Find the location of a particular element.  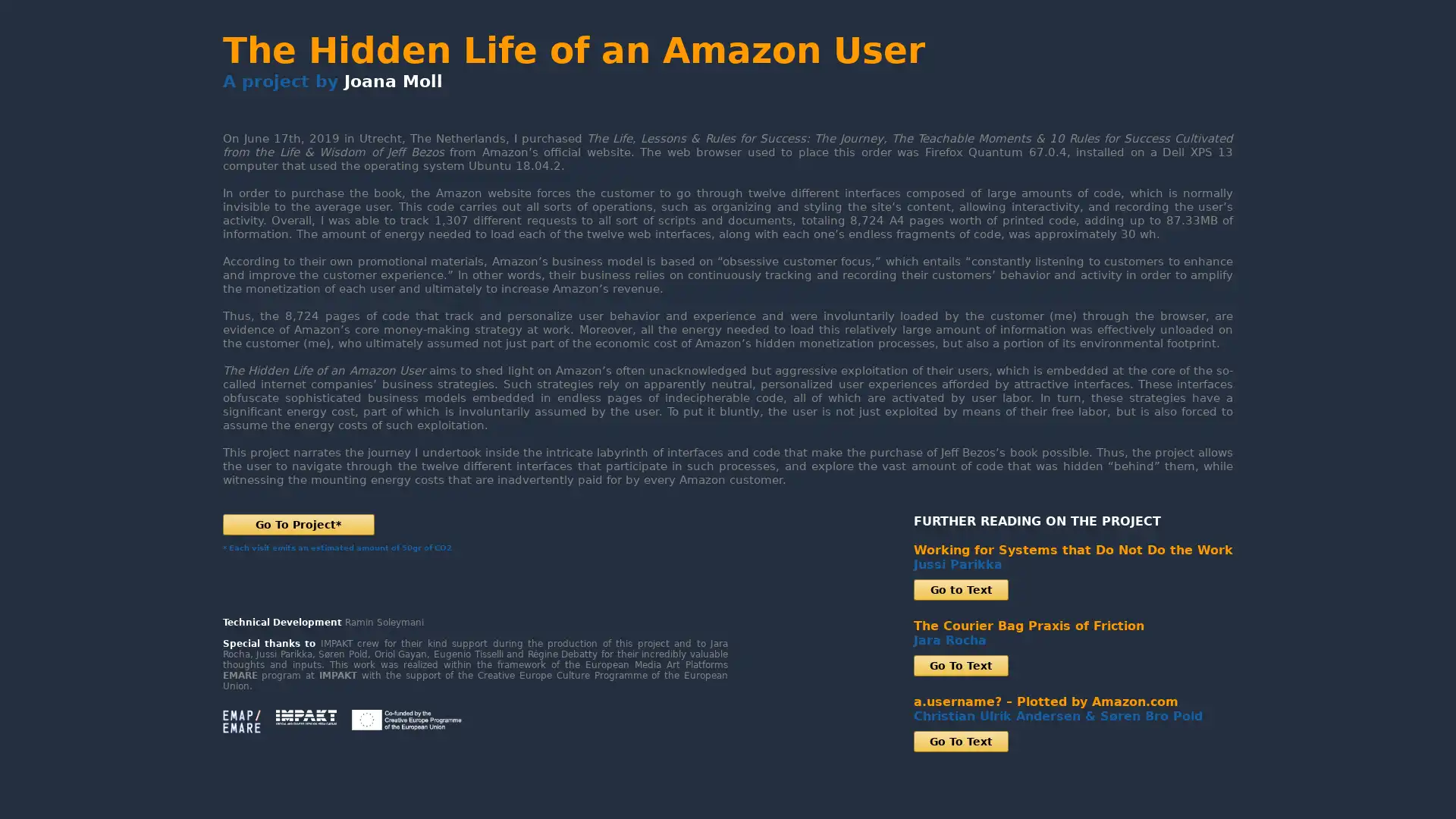

Go To Project* is located at coordinates (298, 523).